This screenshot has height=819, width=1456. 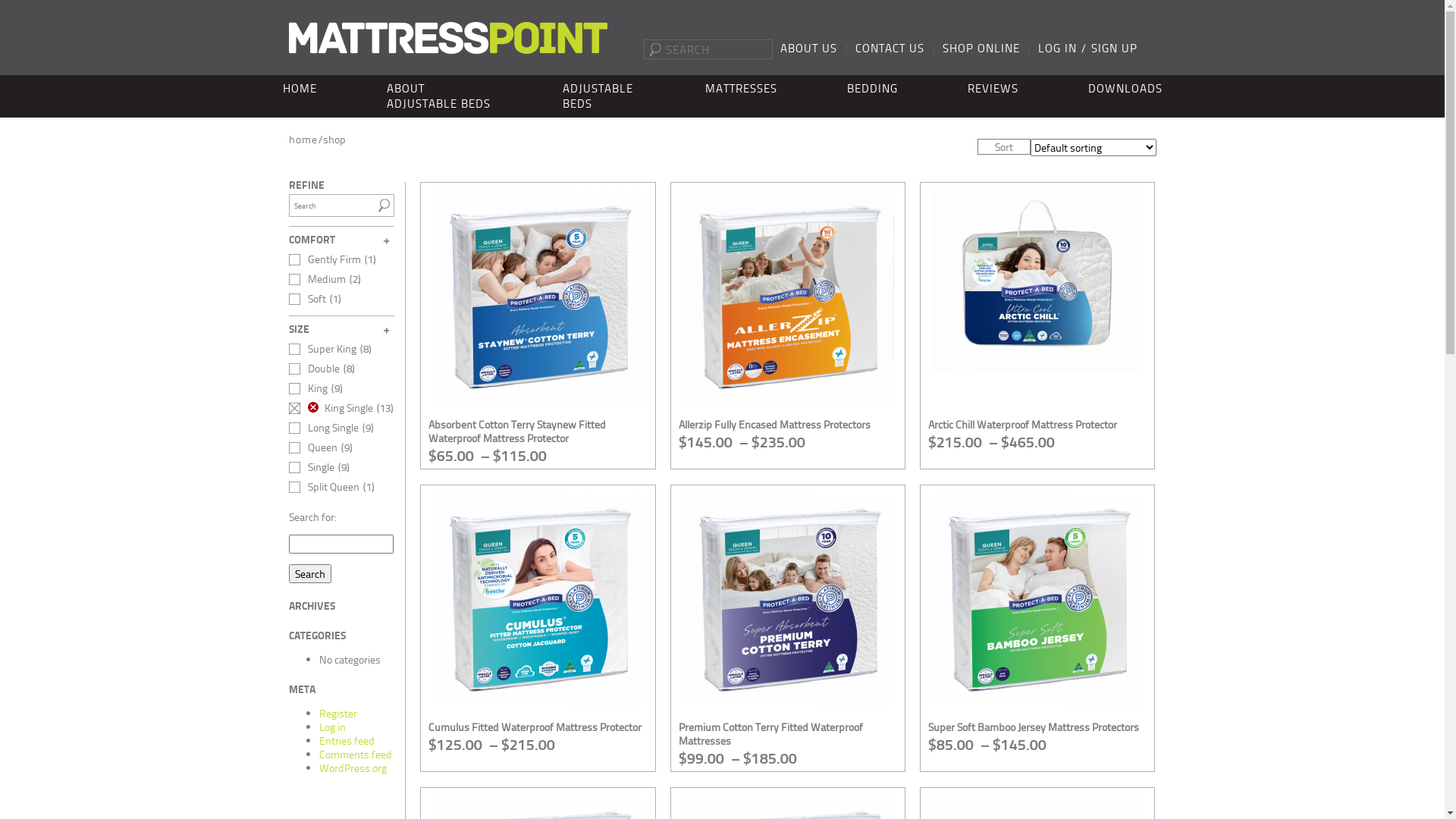 I want to click on 'Log in', so click(x=331, y=726).